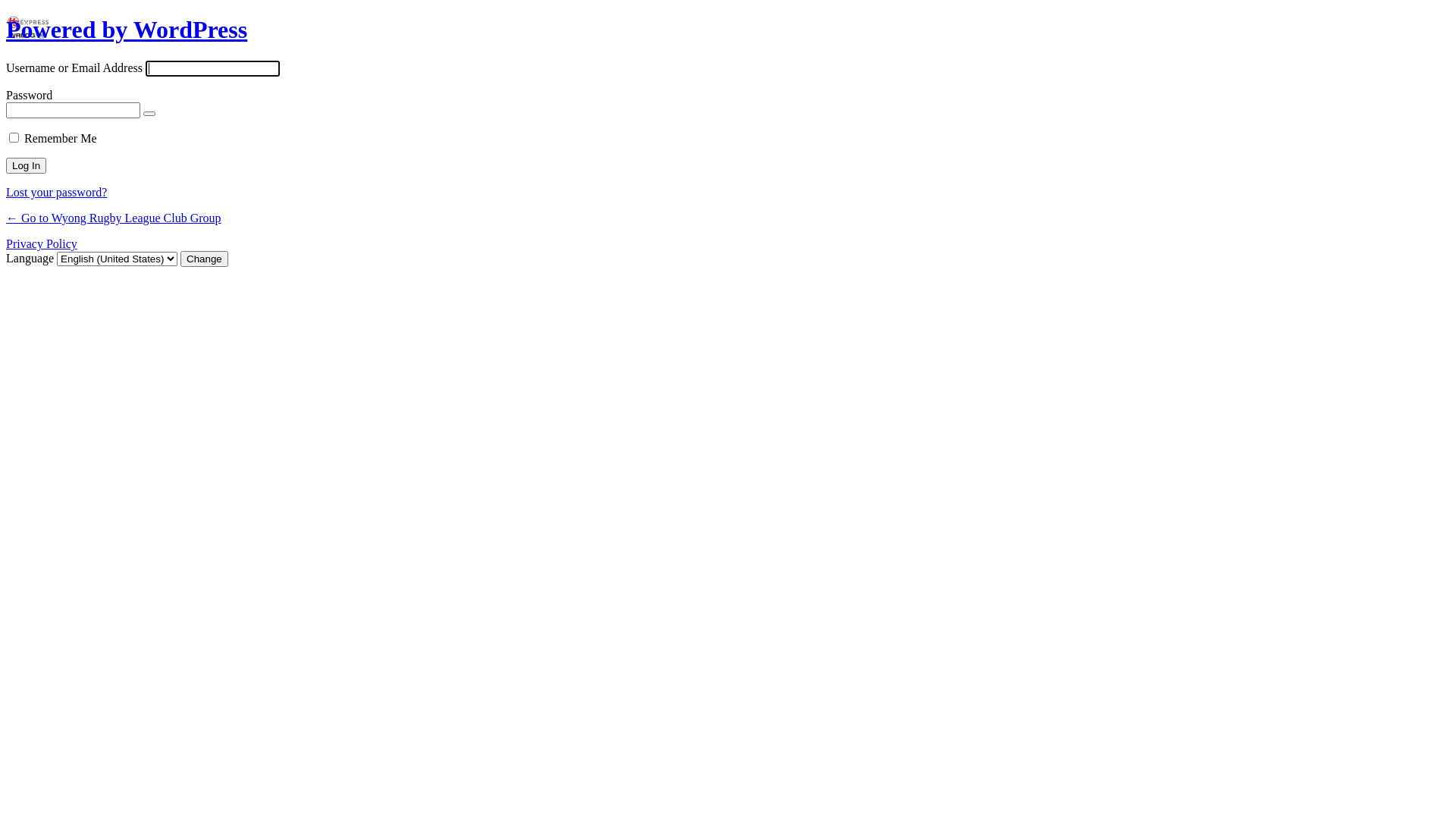 The height and width of the screenshot is (819, 1456). What do you see at coordinates (6, 165) in the screenshot?
I see `'Log In'` at bounding box center [6, 165].